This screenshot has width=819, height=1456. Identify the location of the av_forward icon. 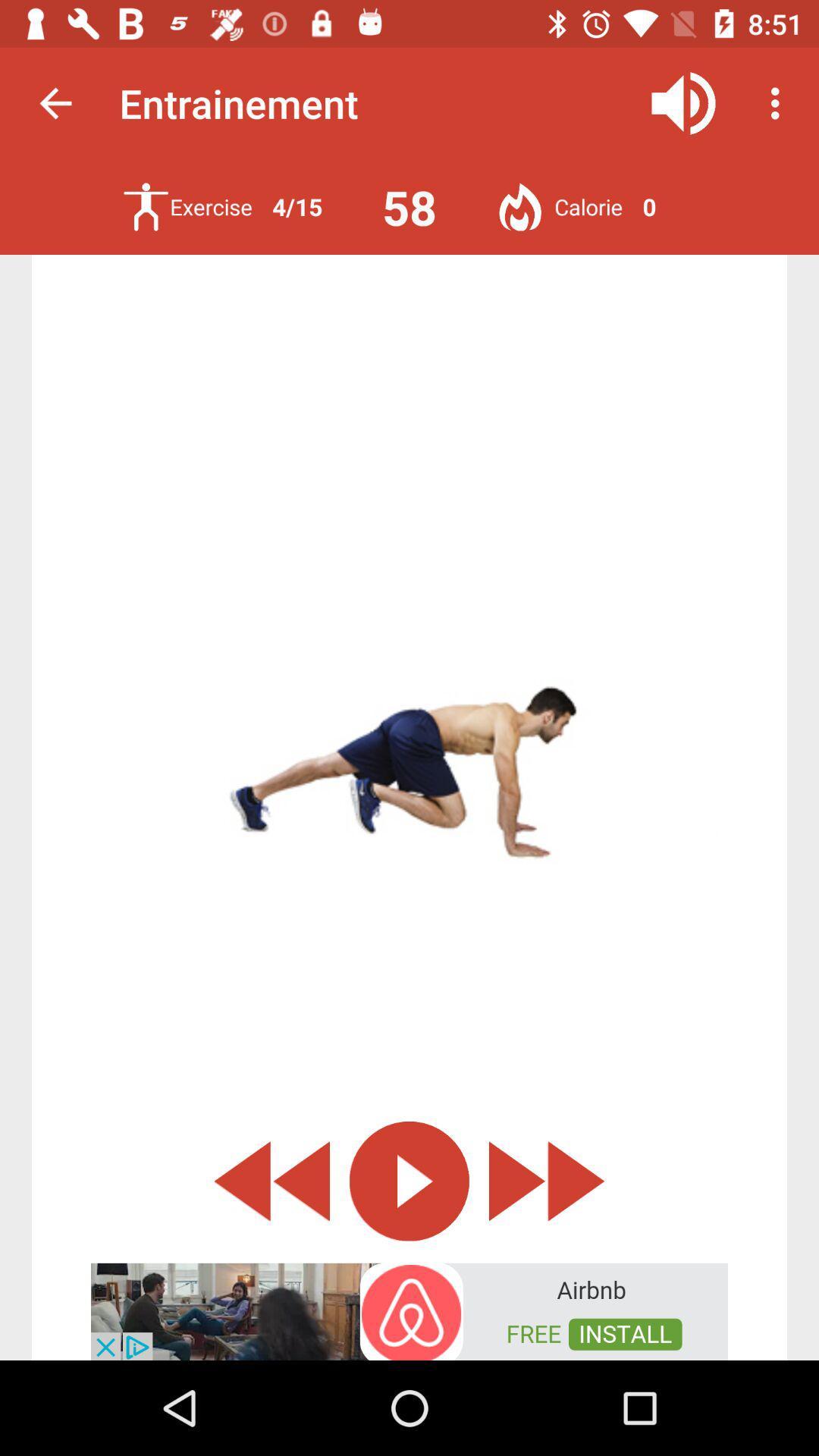
(547, 1180).